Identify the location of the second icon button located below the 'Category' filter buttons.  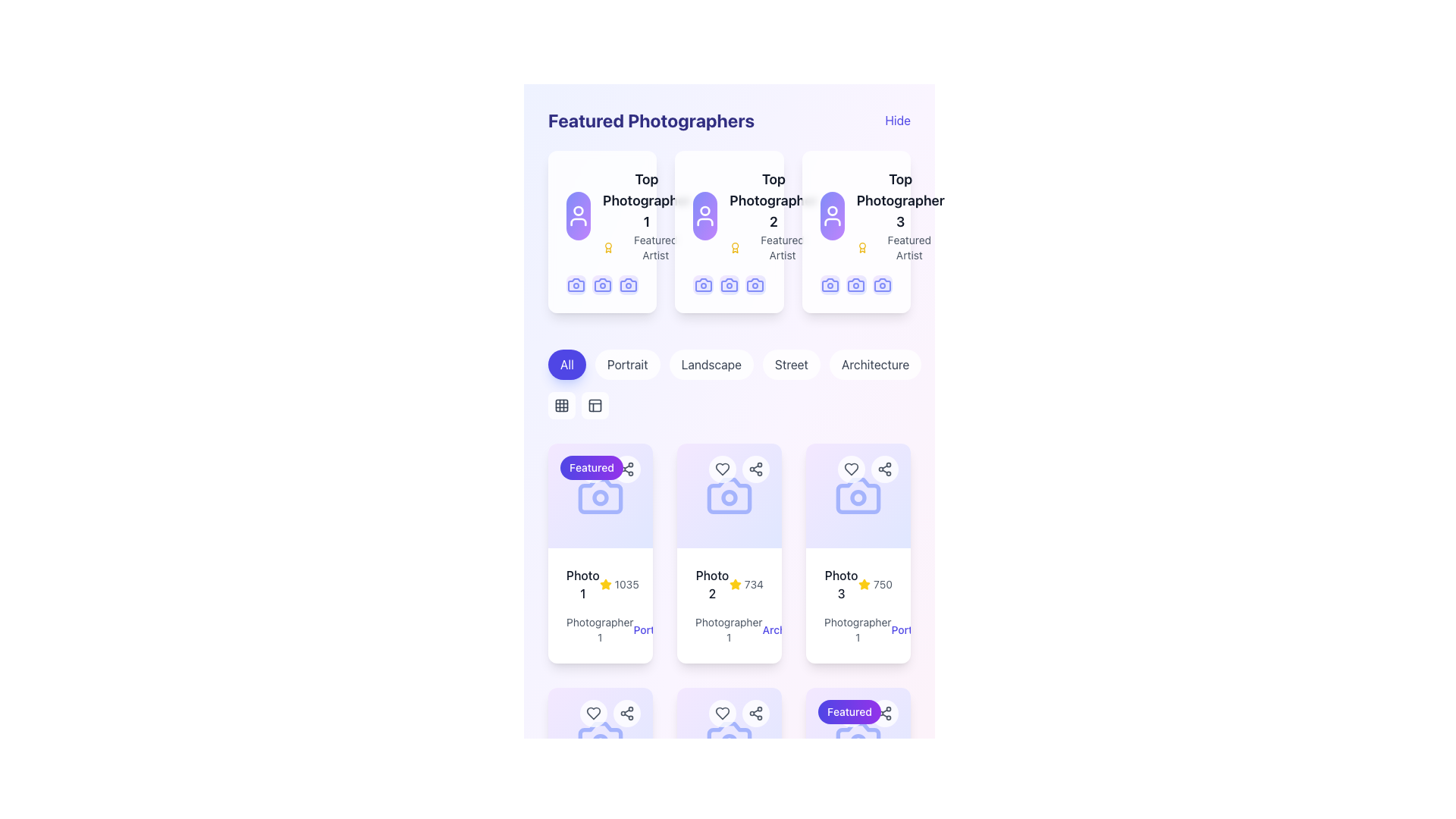
(595, 405).